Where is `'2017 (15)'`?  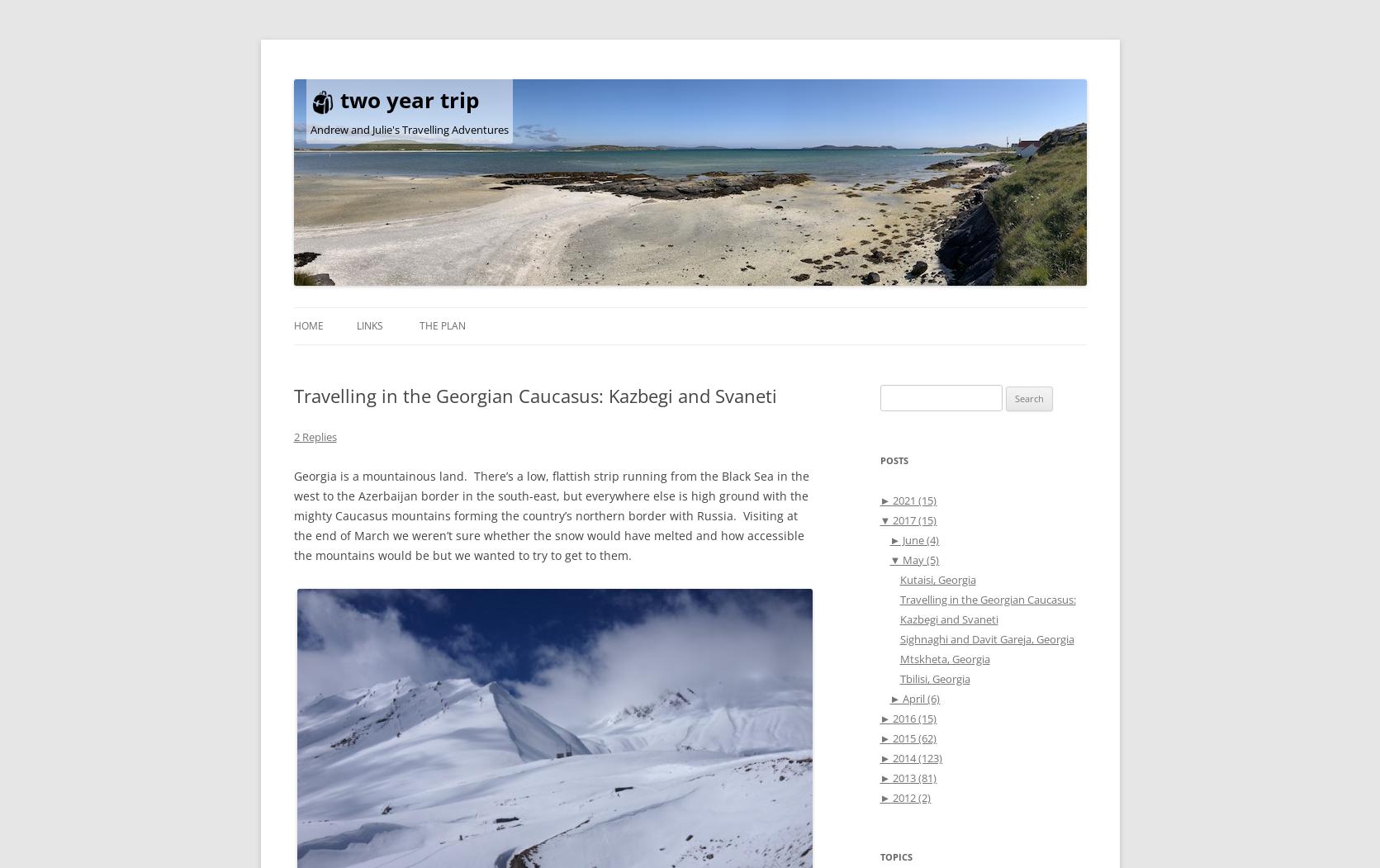
'2017 (15)' is located at coordinates (913, 519).